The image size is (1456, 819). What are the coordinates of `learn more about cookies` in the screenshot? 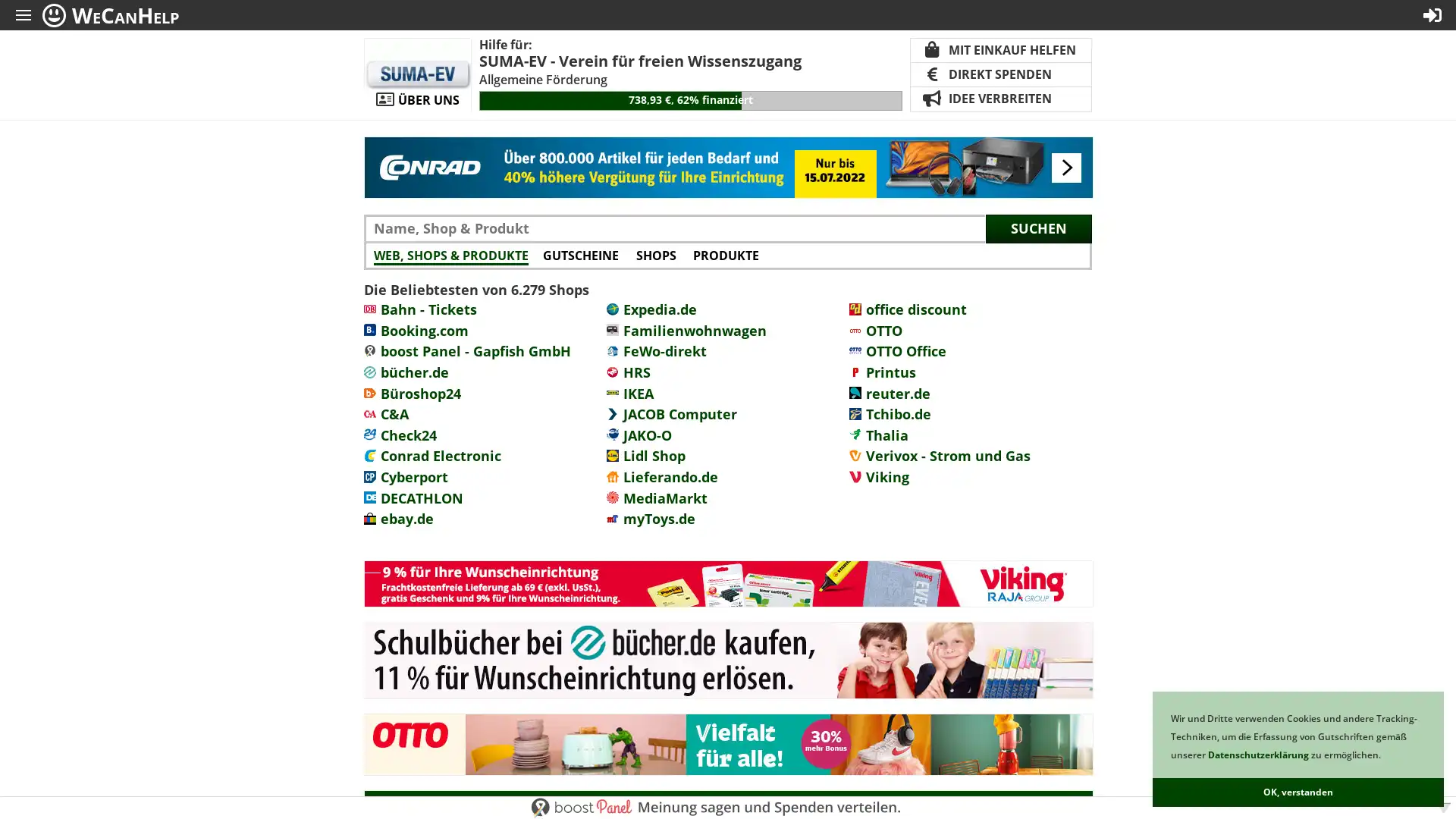 It's located at (1384, 756).